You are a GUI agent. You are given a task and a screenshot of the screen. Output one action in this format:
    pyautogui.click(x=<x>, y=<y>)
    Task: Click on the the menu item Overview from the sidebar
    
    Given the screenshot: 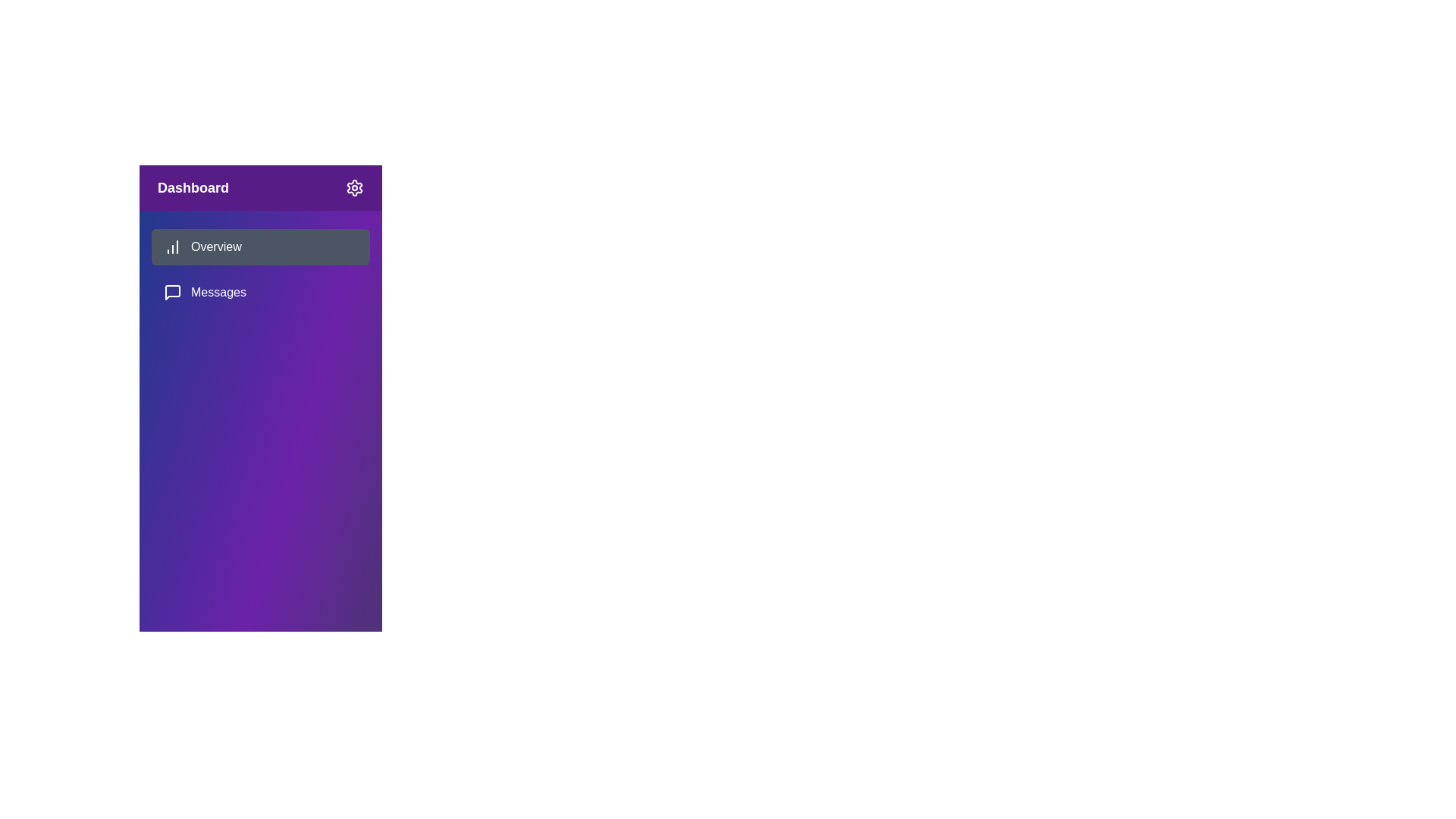 What is the action you would take?
    pyautogui.click(x=261, y=246)
    